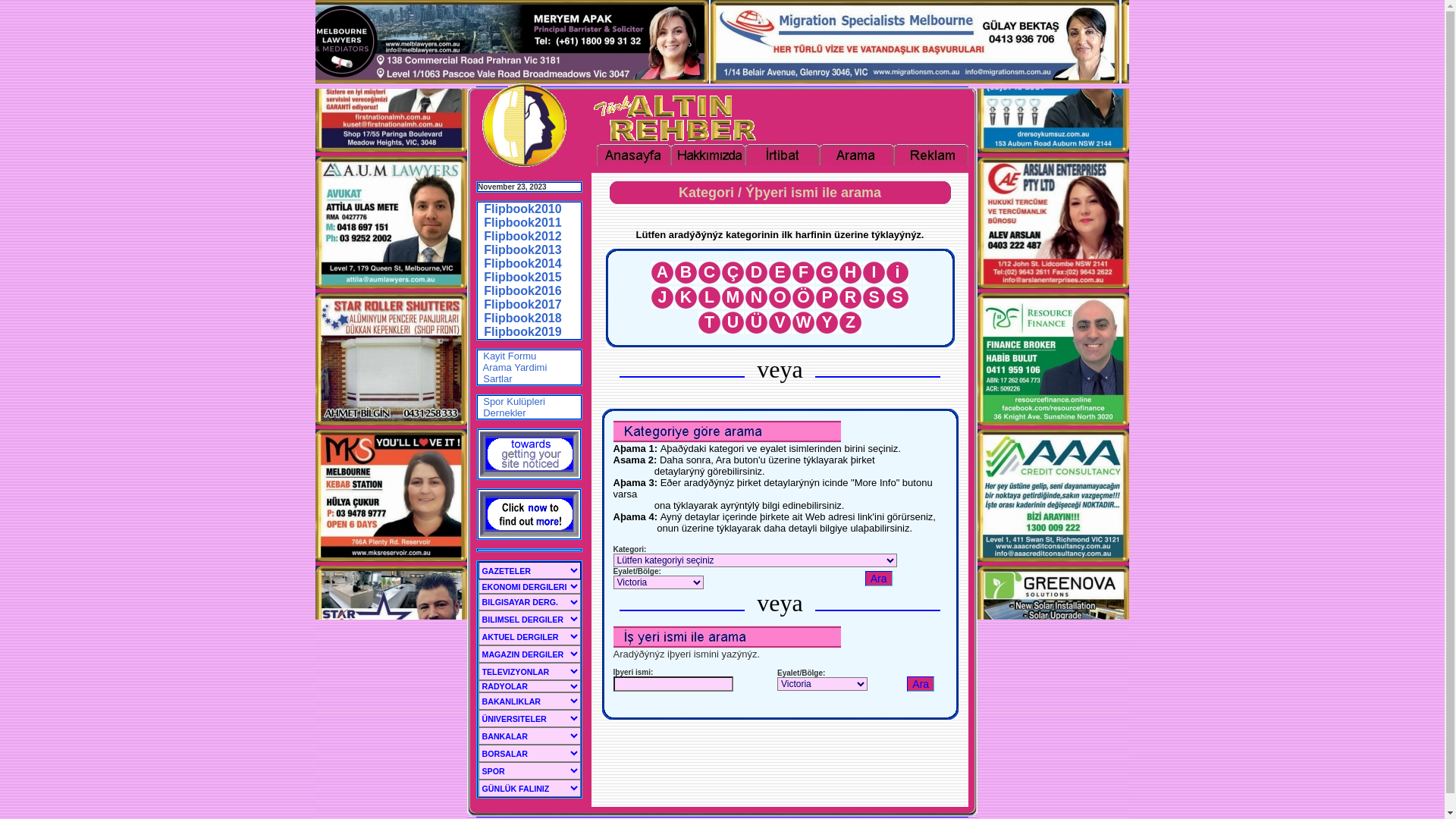 Image resolution: width=1456 pixels, height=819 pixels. Describe the element at coordinates (494, 378) in the screenshot. I see `'  Sartlar'` at that location.